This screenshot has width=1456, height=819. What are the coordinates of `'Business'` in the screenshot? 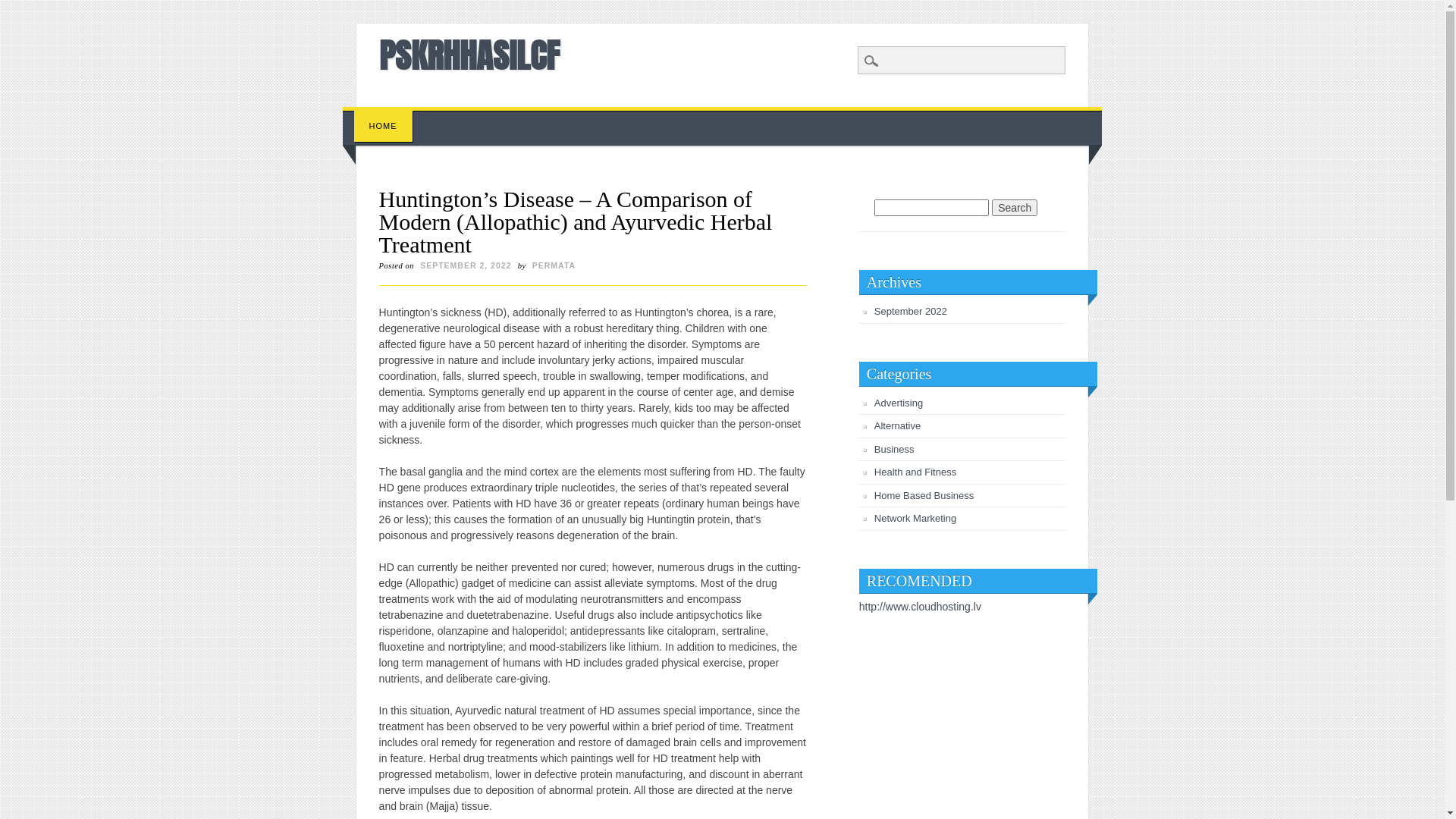 It's located at (874, 448).